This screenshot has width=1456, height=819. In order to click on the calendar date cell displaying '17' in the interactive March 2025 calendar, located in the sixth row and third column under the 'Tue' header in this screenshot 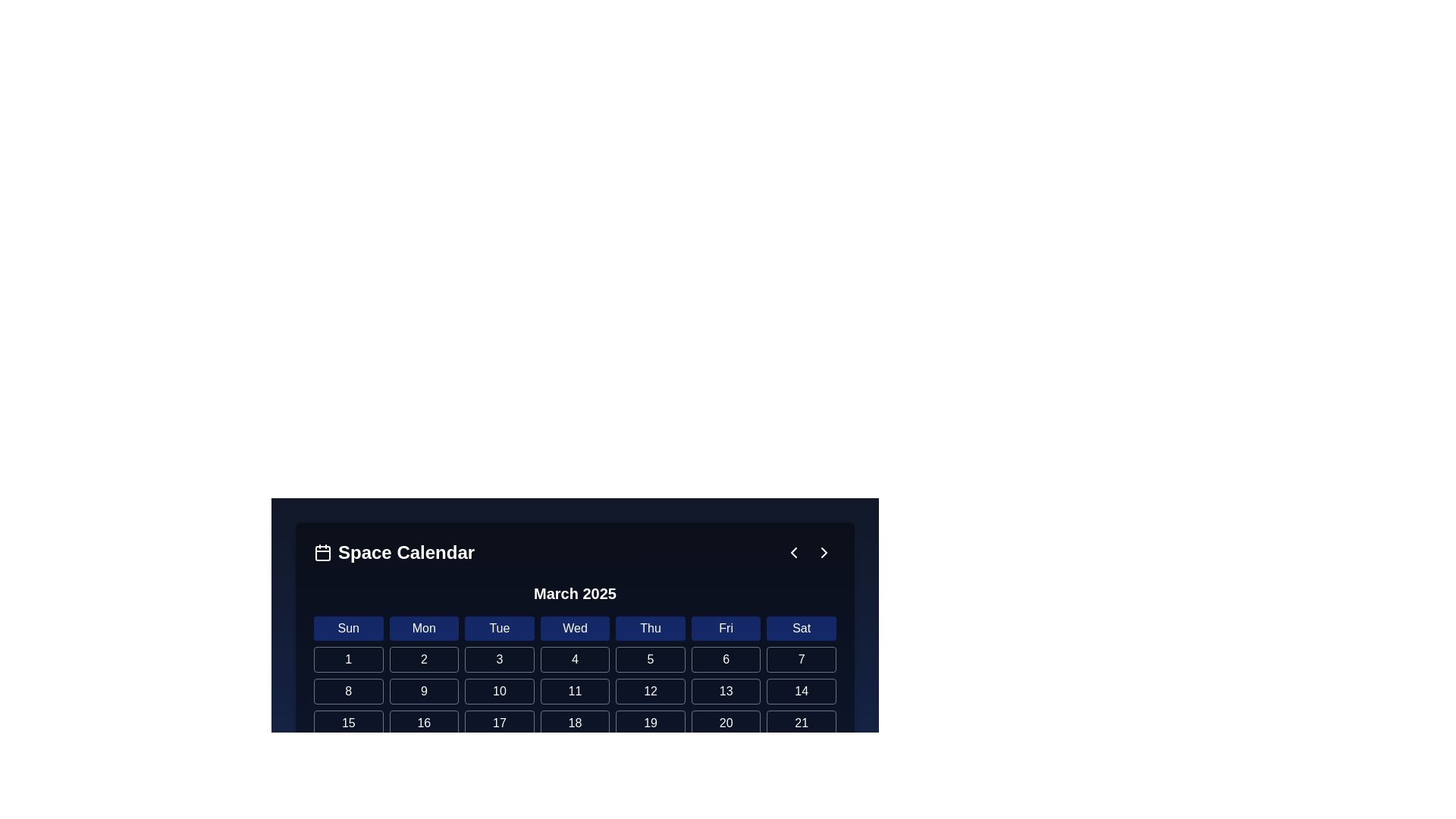, I will do `click(499, 722)`.